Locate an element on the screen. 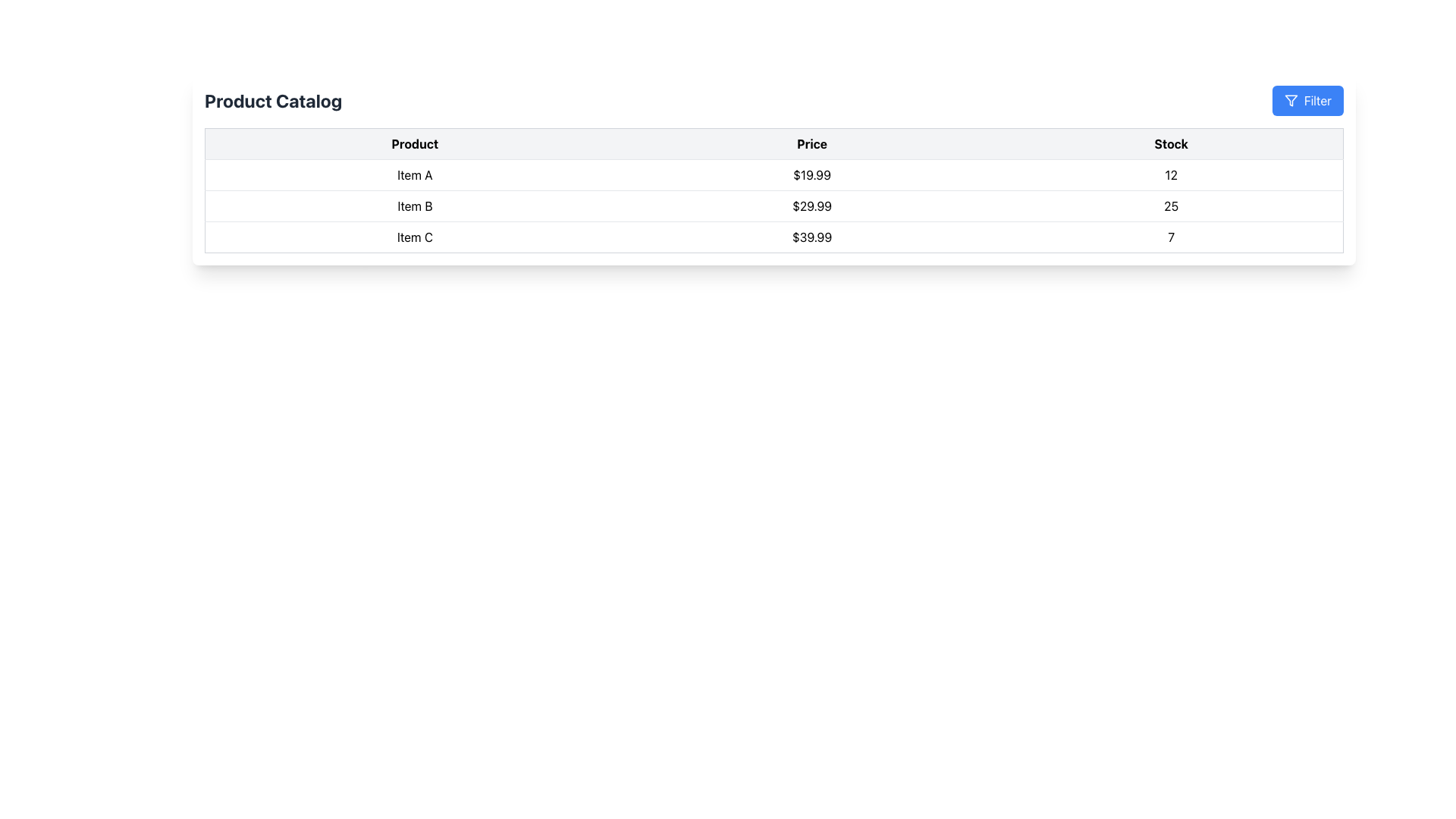 The image size is (1456, 819). the text label displaying 'Item B' in the second row of the 'Product' column is located at coordinates (415, 206).